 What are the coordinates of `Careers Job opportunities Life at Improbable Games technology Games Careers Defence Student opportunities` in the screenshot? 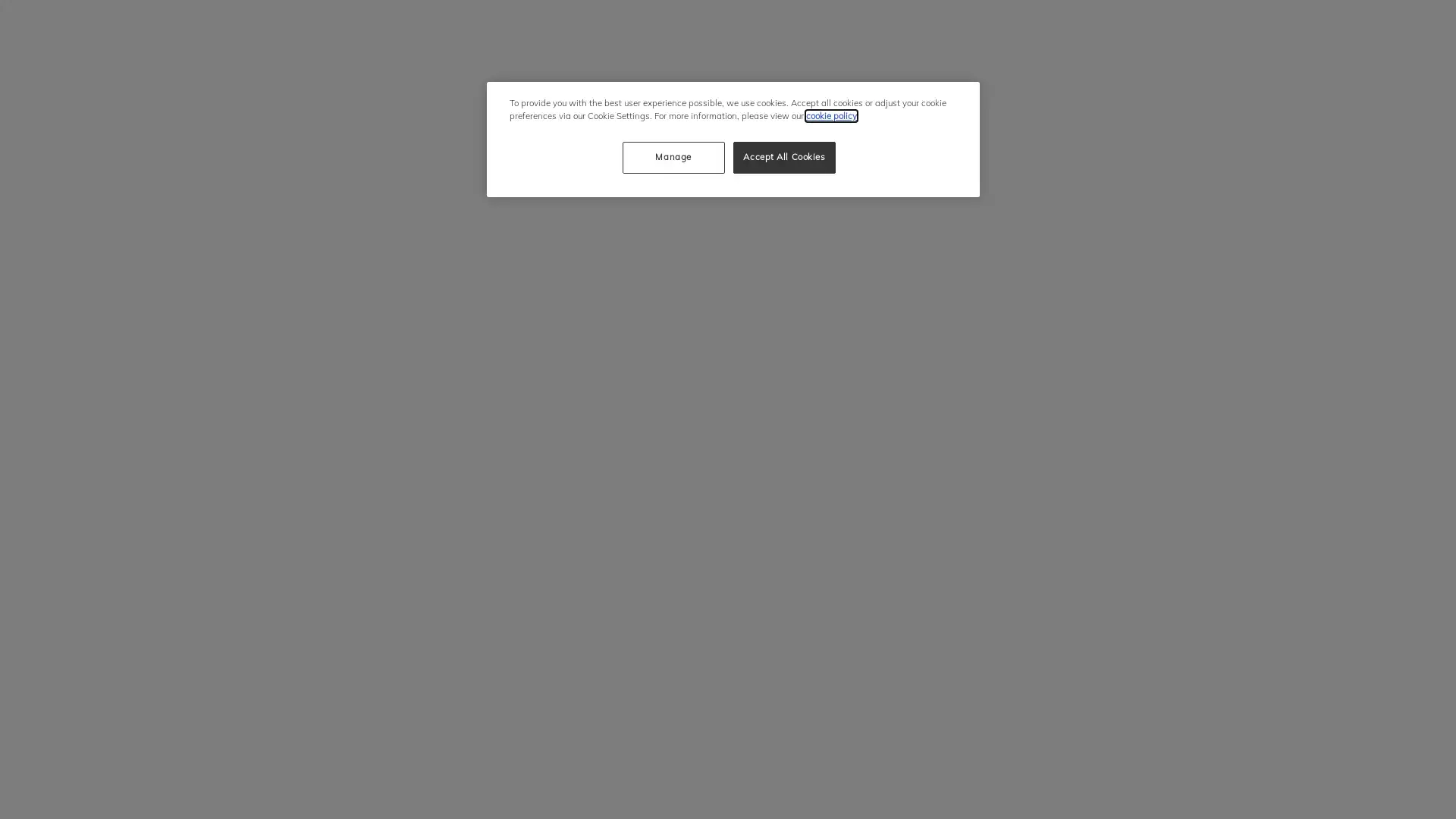 It's located at (1235, 36).